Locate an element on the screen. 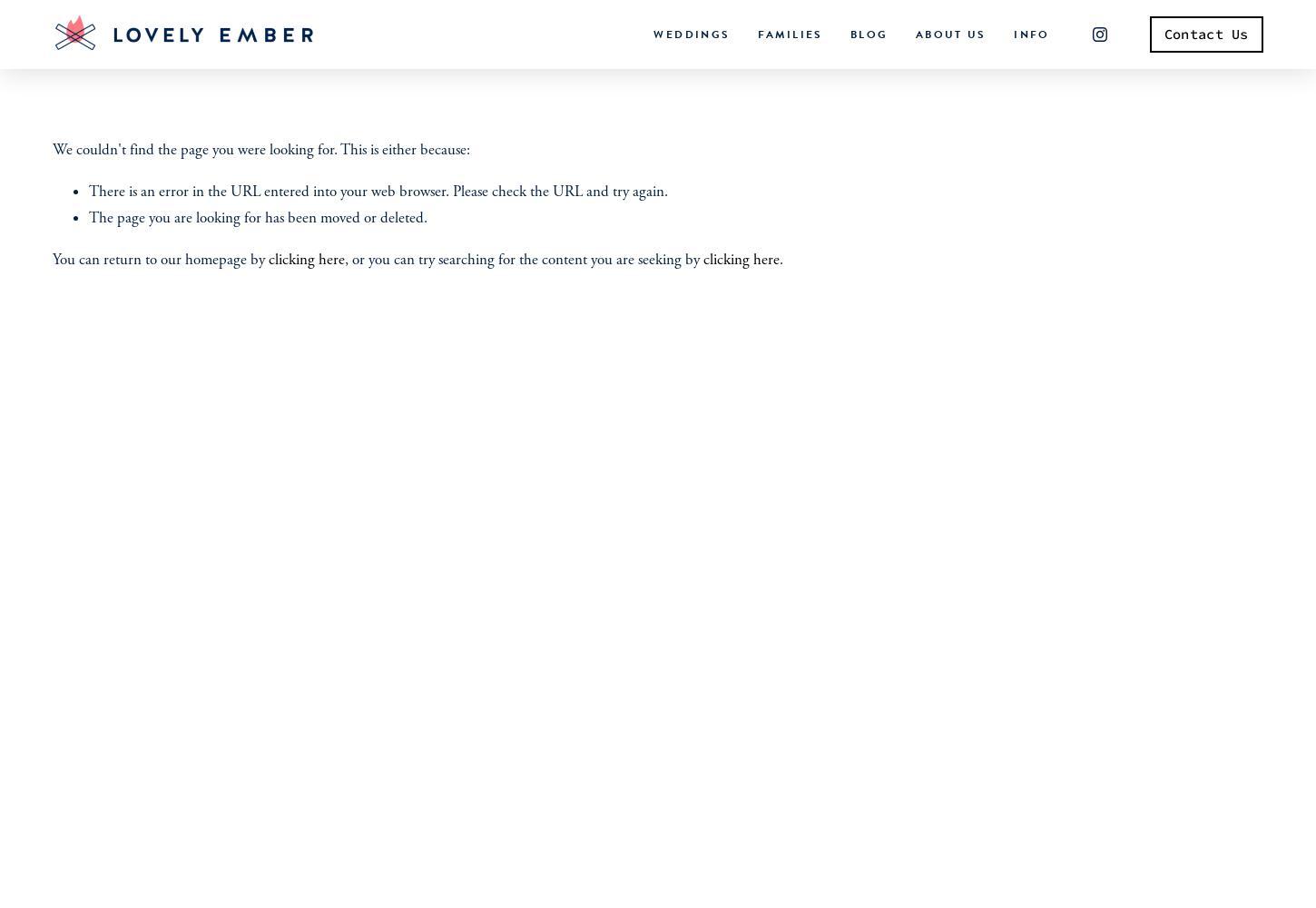 The height and width of the screenshot is (908, 1316). 'The page you are looking for has been moved or deleted.' is located at coordinates (89, 216).